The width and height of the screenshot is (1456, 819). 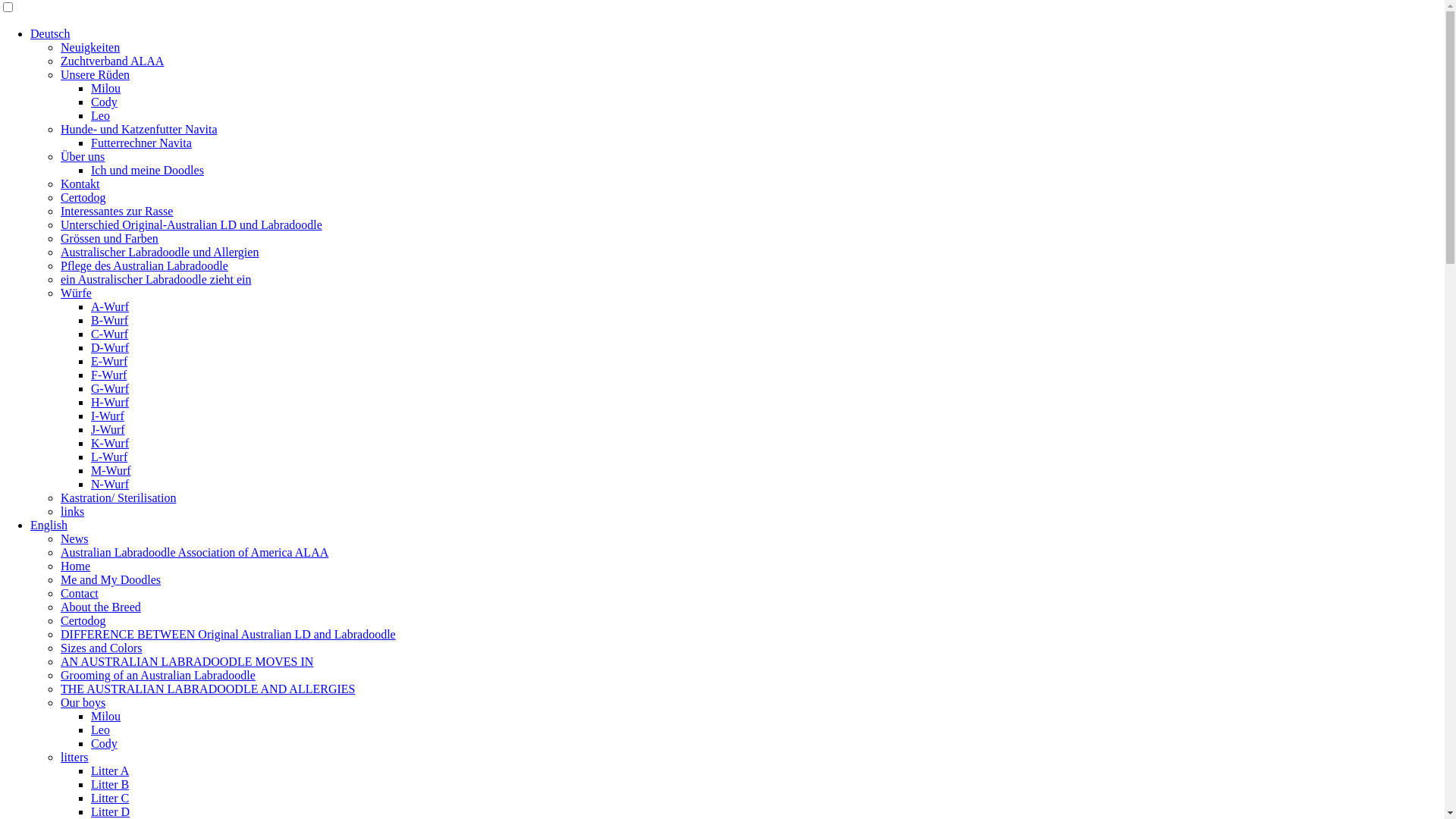 I want to click on 'J-Wurf', so click(x=107, y=429).